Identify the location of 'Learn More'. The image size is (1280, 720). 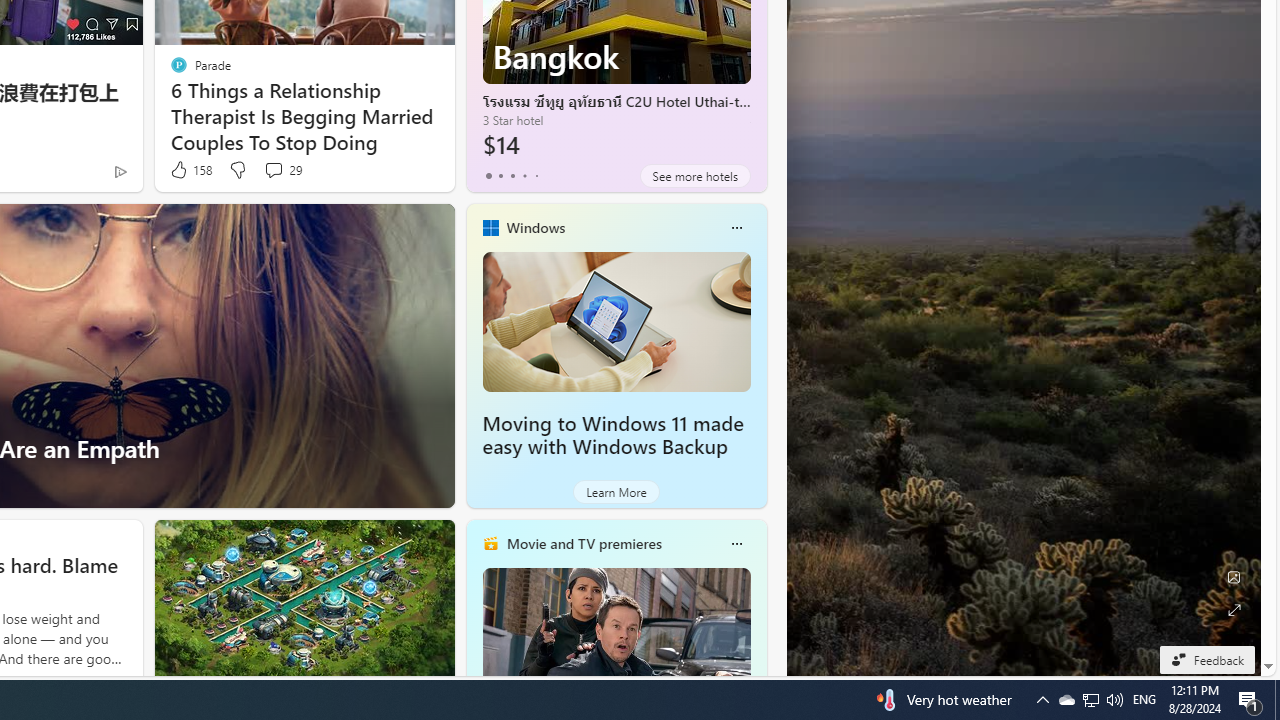
(615, 492).